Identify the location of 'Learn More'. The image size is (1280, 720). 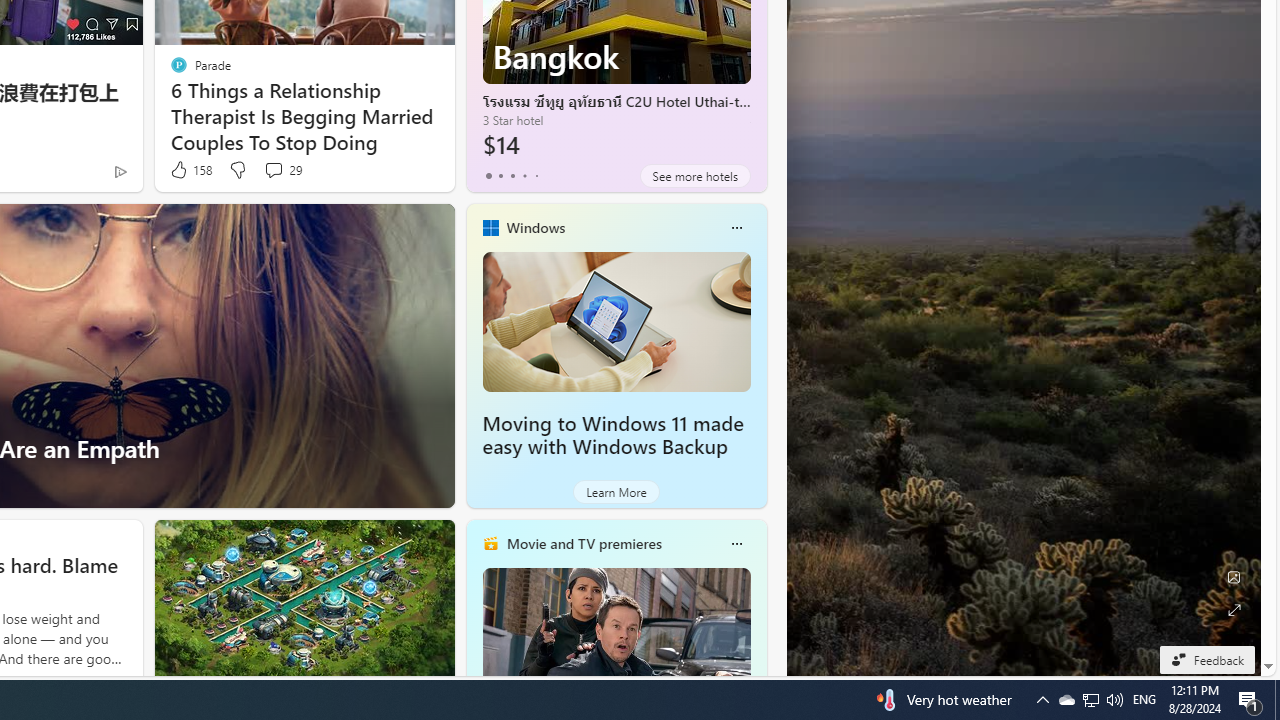
(615, 492).